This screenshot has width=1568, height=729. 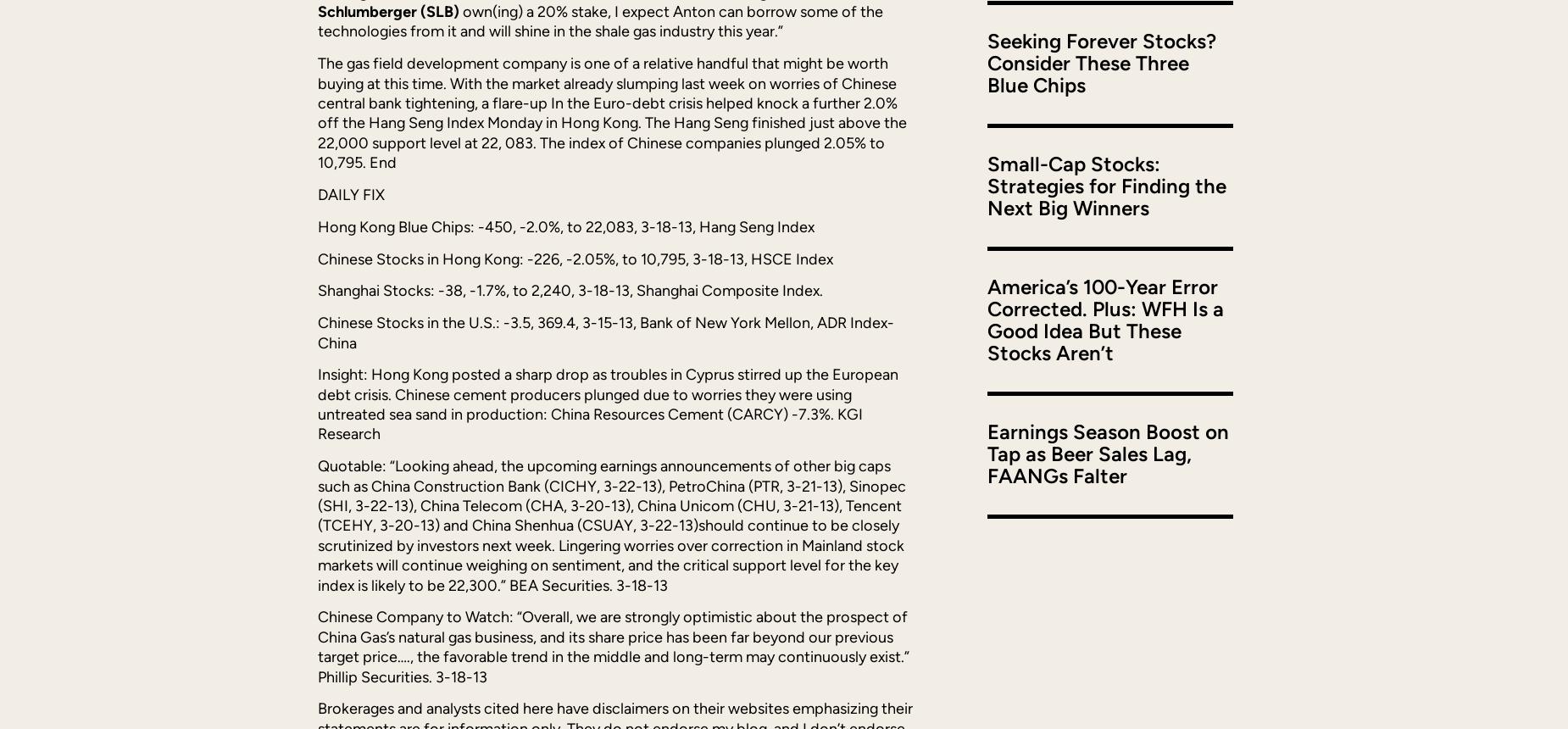 I want to click on 'Chinese Company to Watch: “Overall, we are strongly optimistic about the prospect of China Gas’s natural gas business, and its share price has been far beyond our previous target price…., the favorable trend in the middle and long-term may continuously exist.” Phillip Securities. 3-18-13', so click(x=614, y=646).